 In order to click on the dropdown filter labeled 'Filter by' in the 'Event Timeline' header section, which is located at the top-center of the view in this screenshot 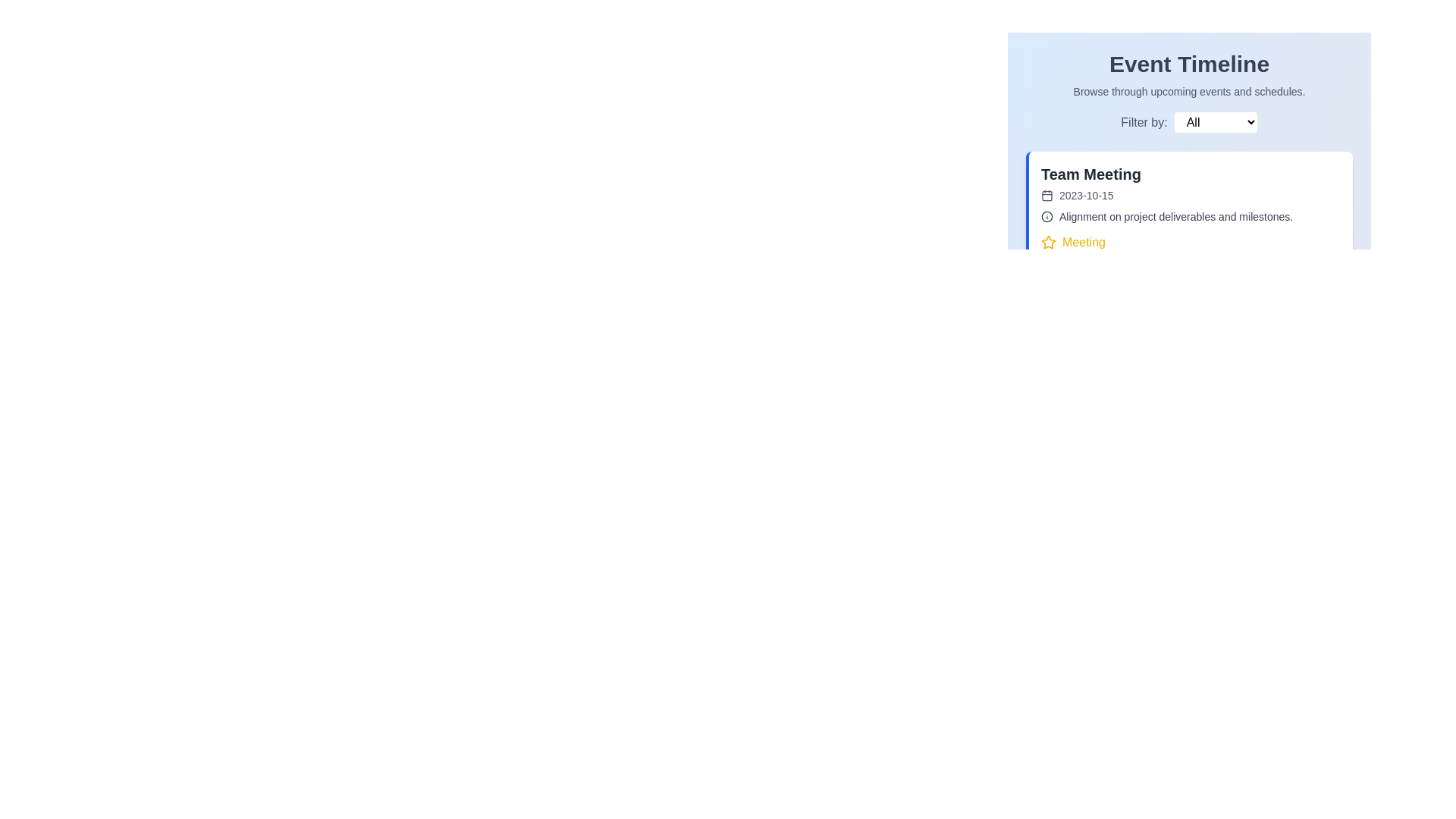, I will do `click(1188, 92)`.